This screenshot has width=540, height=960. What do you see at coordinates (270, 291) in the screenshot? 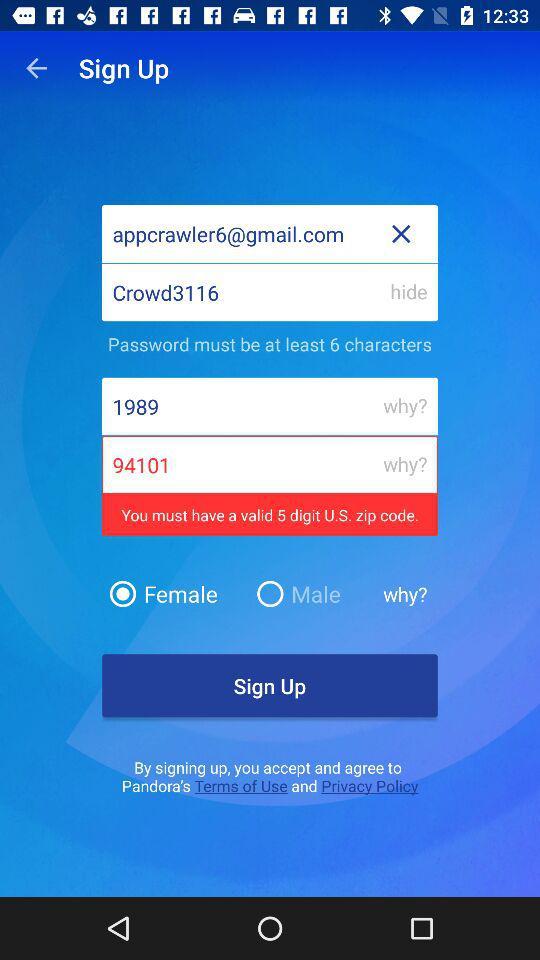
I see `the option which says crowd3116` at bounding box center [270, 291].